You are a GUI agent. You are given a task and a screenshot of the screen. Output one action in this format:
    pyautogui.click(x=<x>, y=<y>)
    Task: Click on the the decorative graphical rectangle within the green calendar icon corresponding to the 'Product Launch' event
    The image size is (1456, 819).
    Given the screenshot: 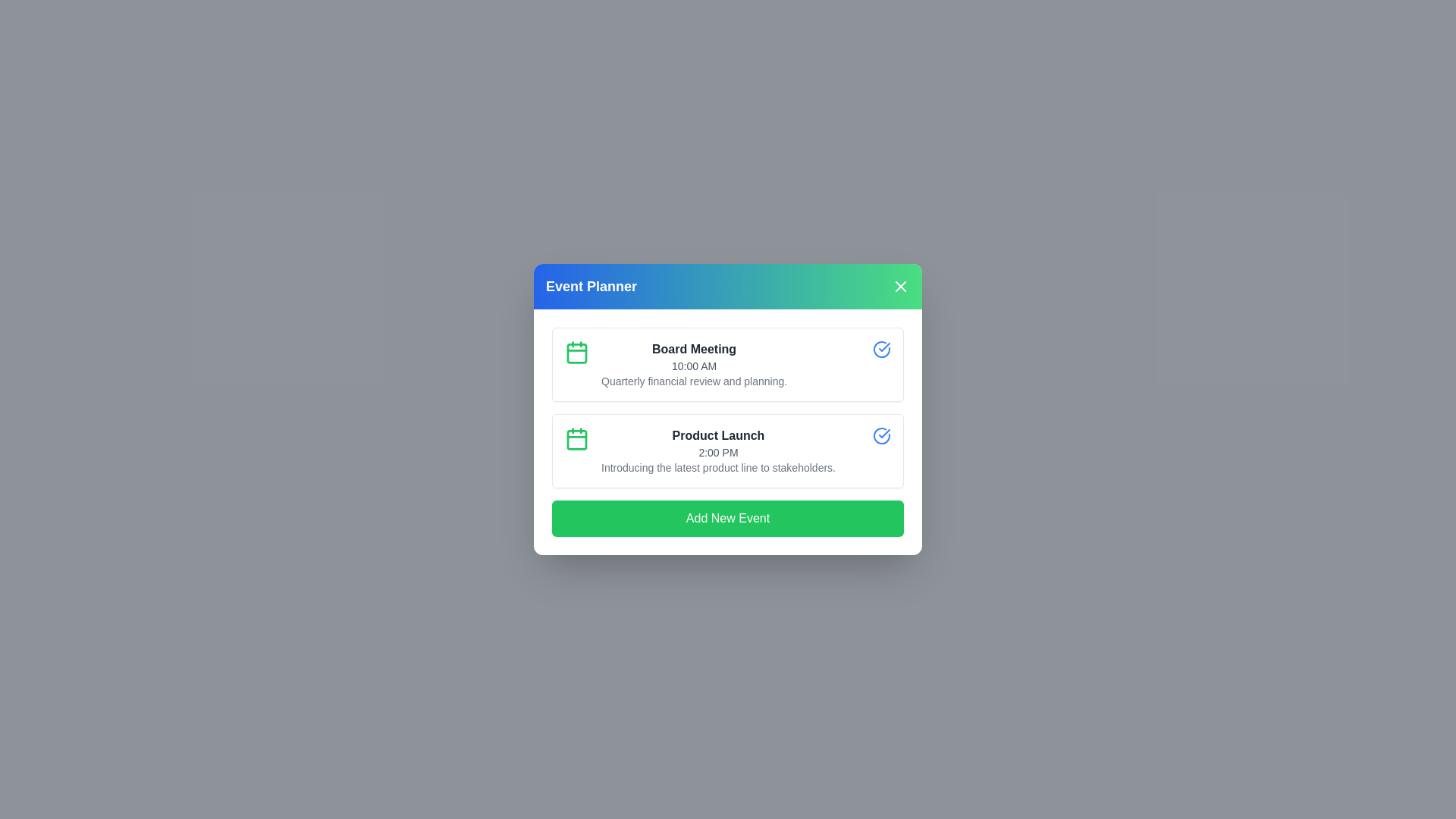 What is the action you would take?
    pyautogui.click(x=576, y=439)
    